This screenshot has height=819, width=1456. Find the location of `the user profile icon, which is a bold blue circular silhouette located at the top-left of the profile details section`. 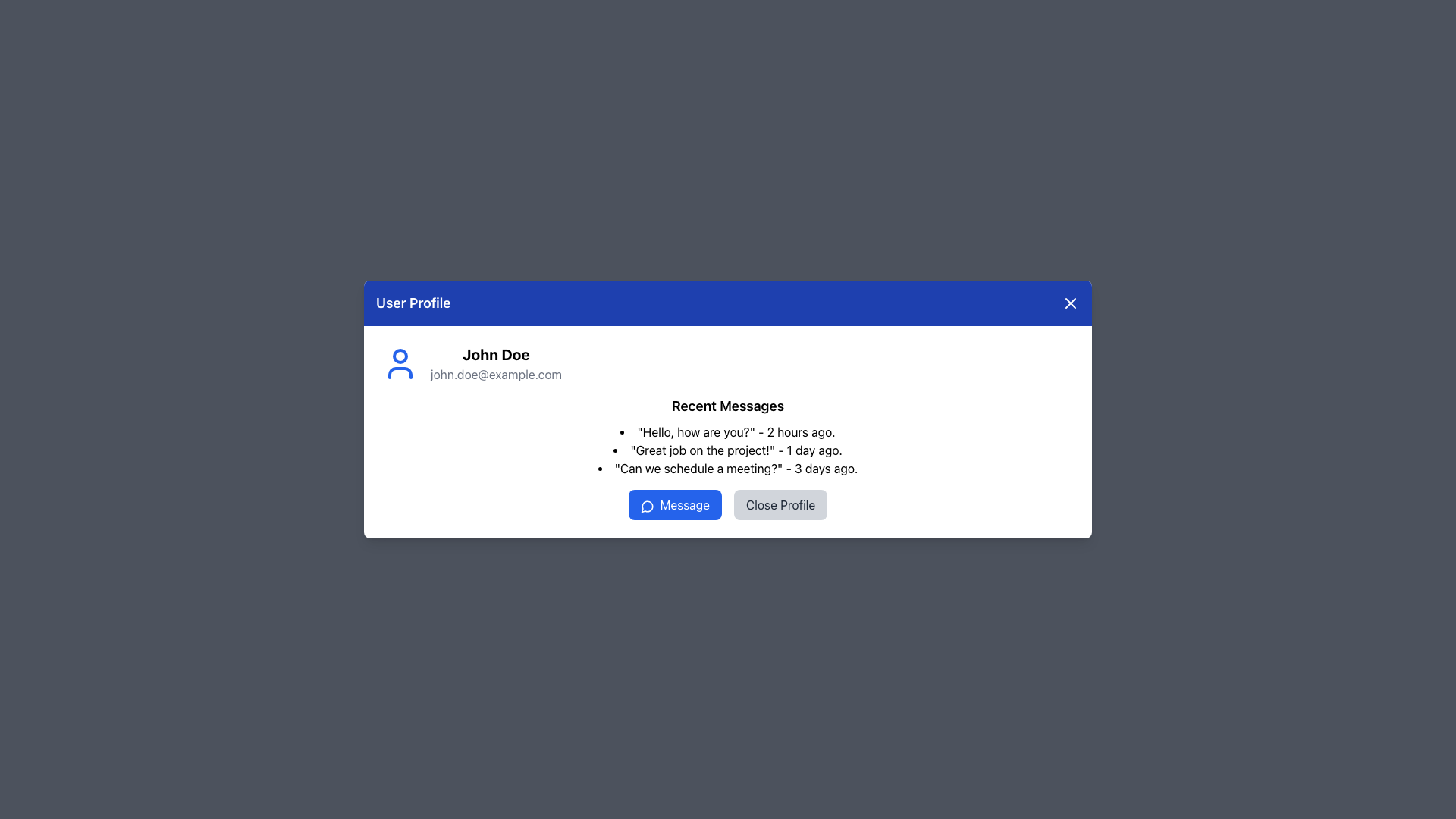

the user profile icon, which is a bold blue circular silhouette located at the top-left of the profile details section is located at coordinates (400, 363).